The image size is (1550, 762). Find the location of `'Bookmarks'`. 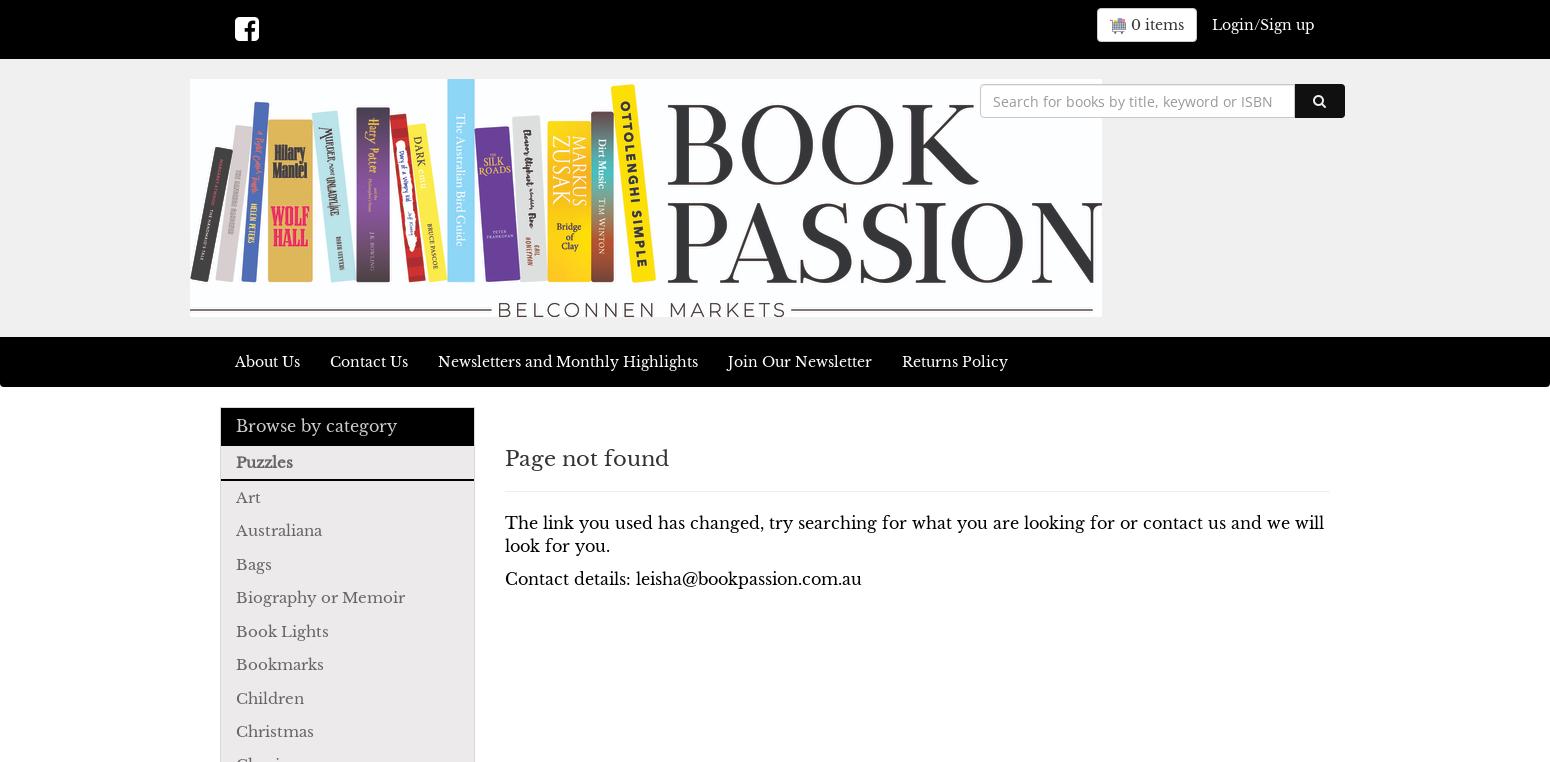

'Bookmarks' is located at coordinates (279, 663).